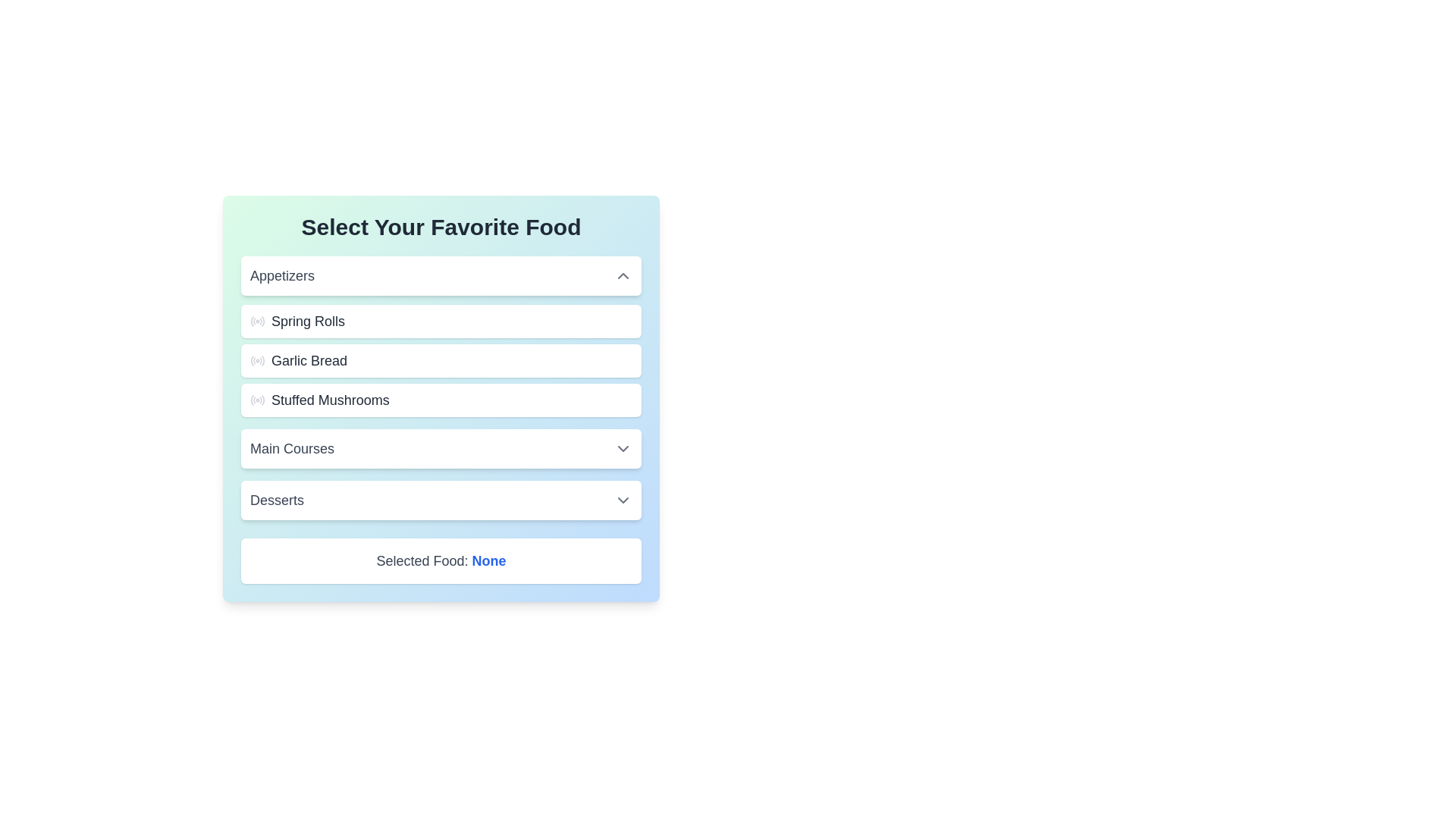 The image size is (1456, 819). Describe the element at coordinates (440, 335) in the screenshot. I see `the 'Appetizers' item section` at that location.